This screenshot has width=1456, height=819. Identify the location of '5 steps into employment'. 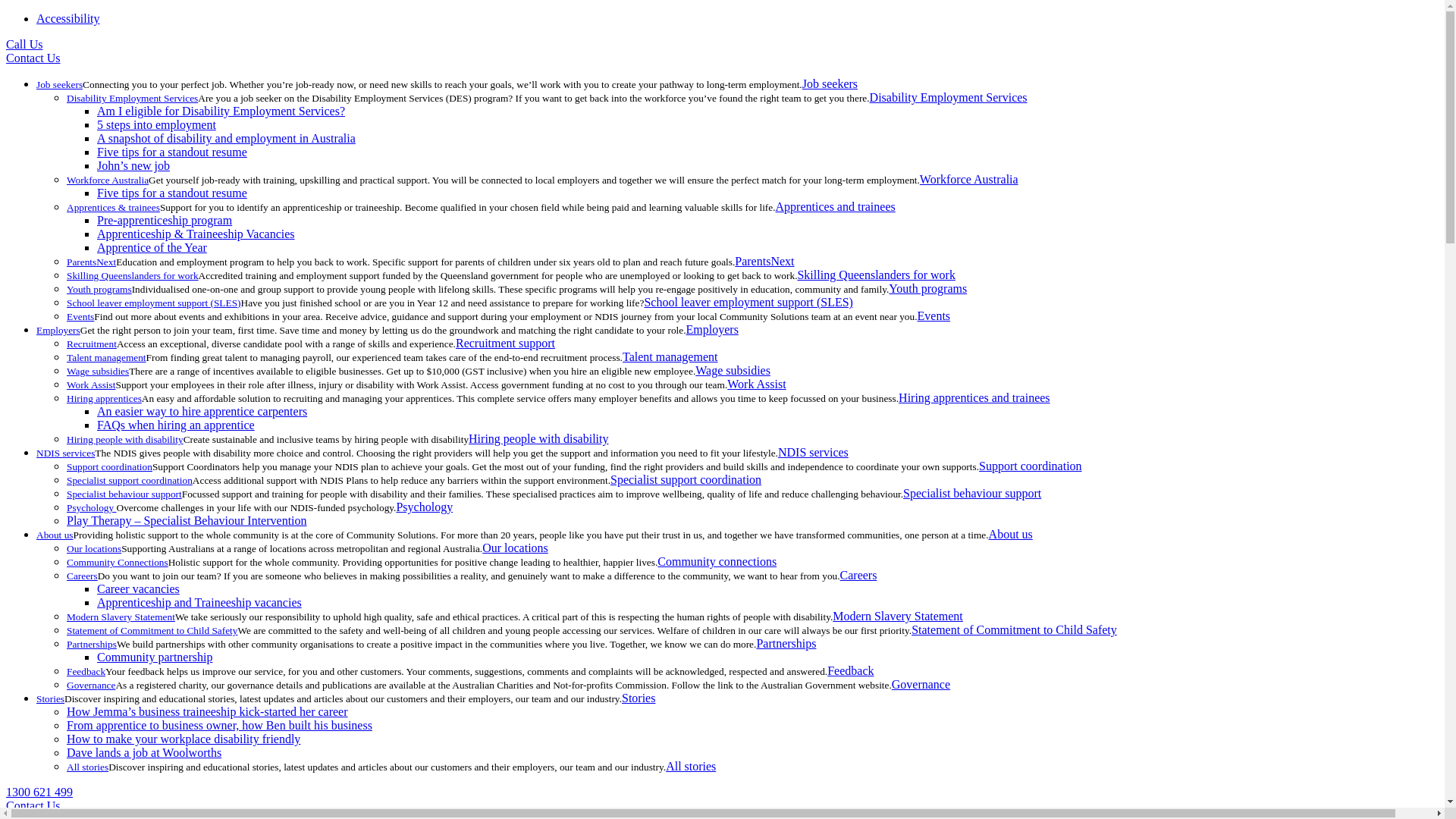
(96, 124).